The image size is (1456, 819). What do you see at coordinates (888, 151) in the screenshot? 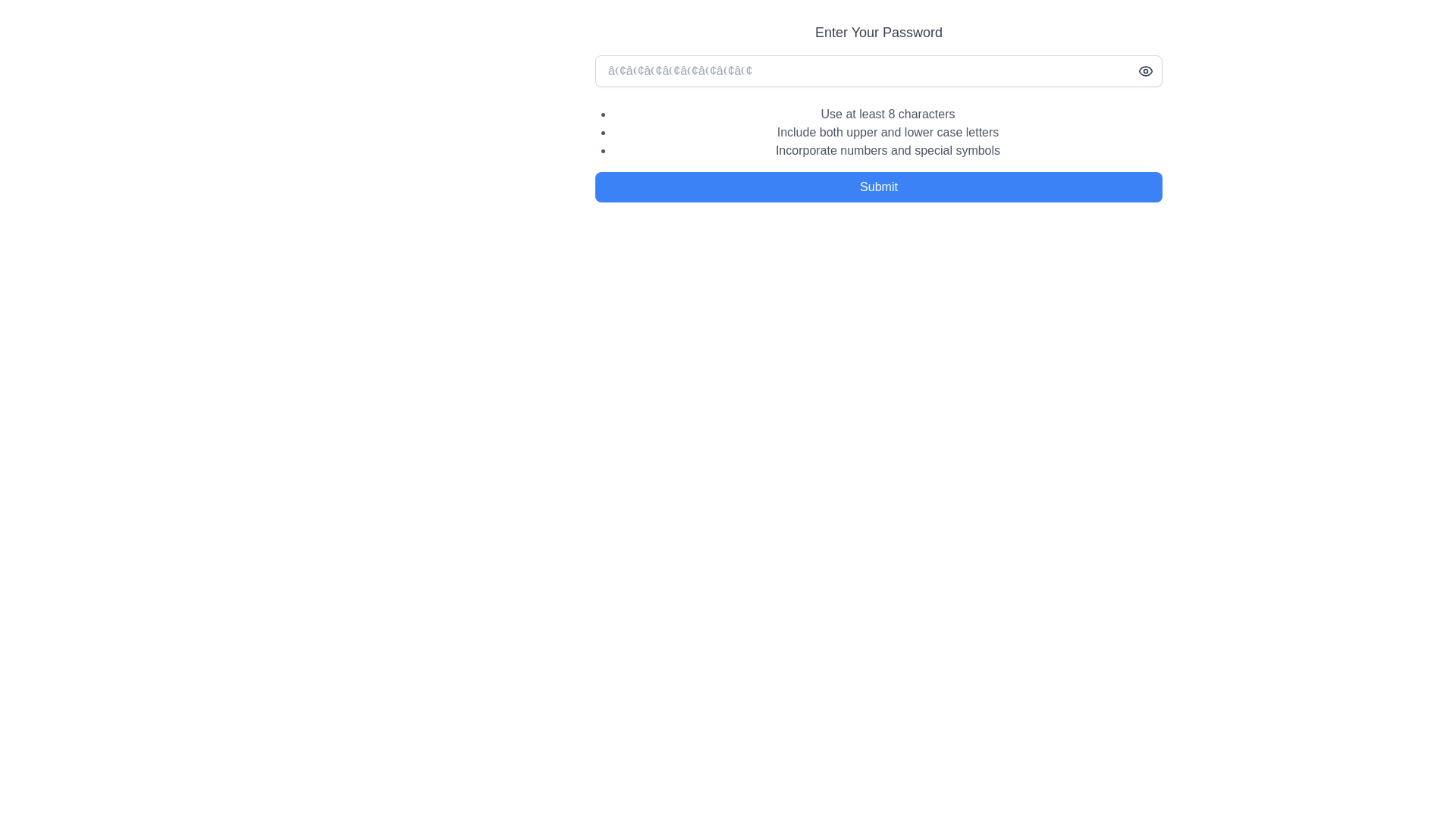
I see `the instructional text element that provides guidance on password composition, located below the text 'Include both upper and lower case letters' and above the 'Submit' button` at bounding box center [888, 151].